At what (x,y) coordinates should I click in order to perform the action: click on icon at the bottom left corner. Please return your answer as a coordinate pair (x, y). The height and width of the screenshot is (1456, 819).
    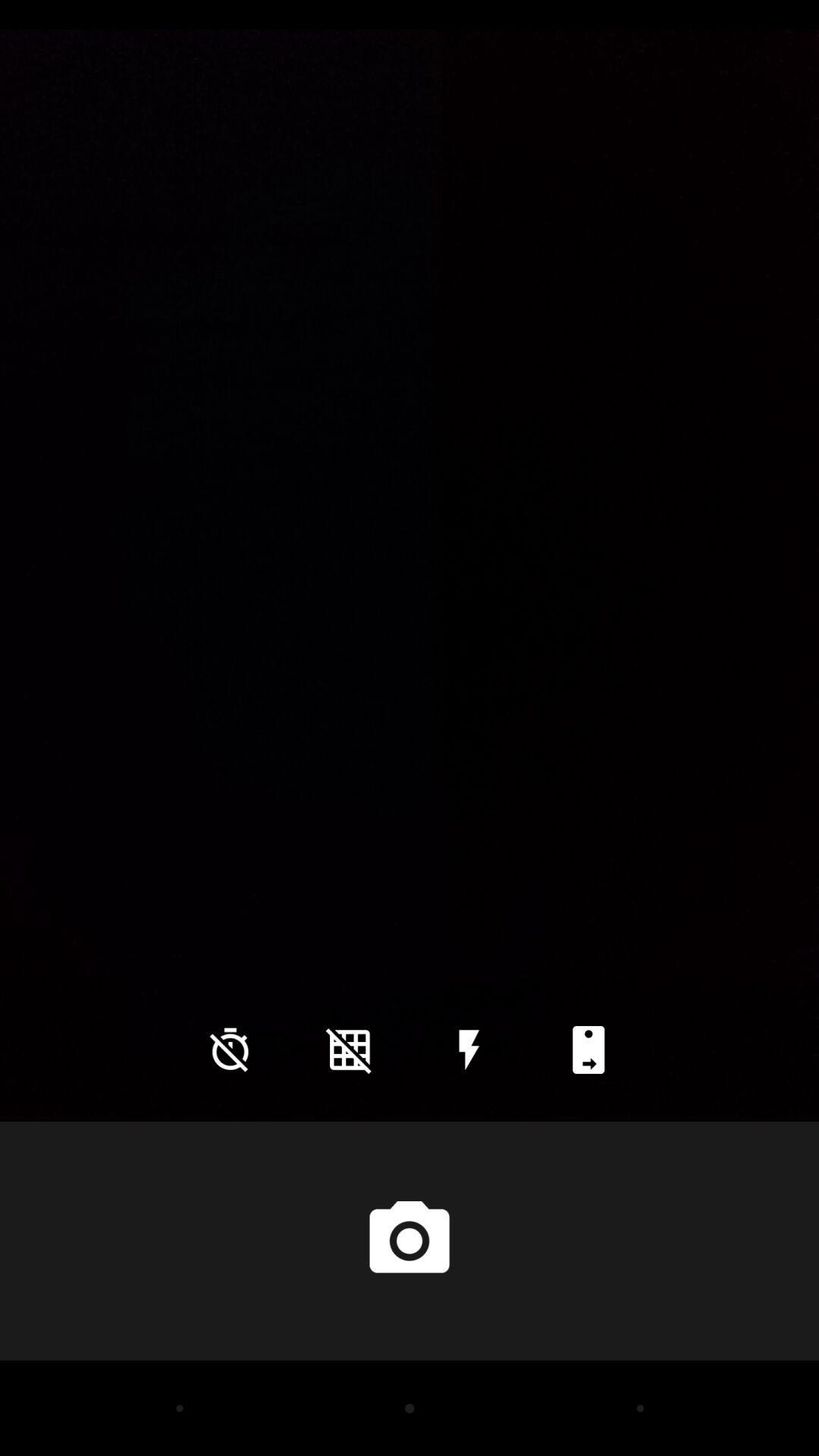
    Looking at the image, I should click on (230, 1049).